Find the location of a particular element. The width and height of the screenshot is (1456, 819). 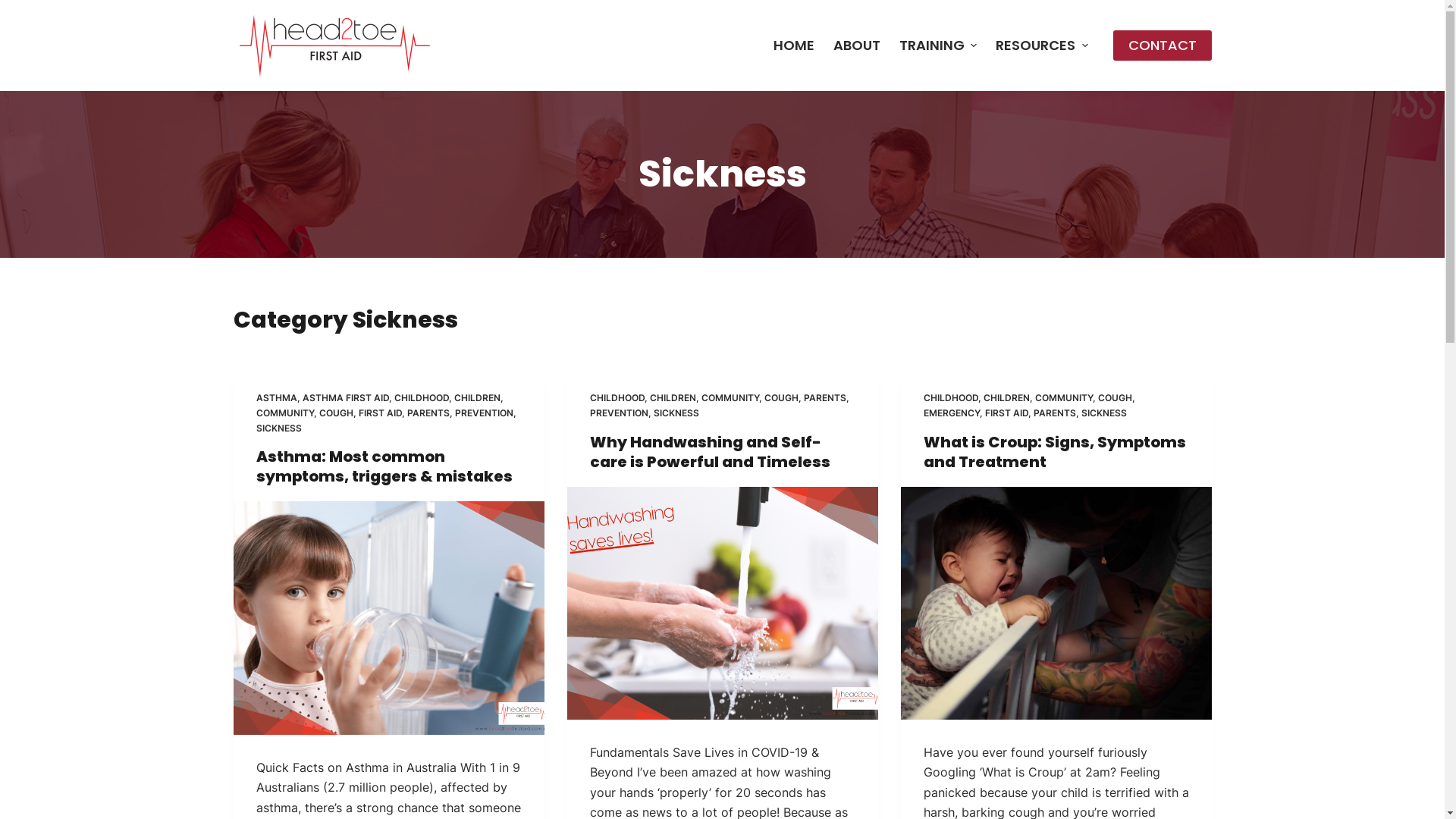

'ASTHMA' is located at coordinates (276, 397).